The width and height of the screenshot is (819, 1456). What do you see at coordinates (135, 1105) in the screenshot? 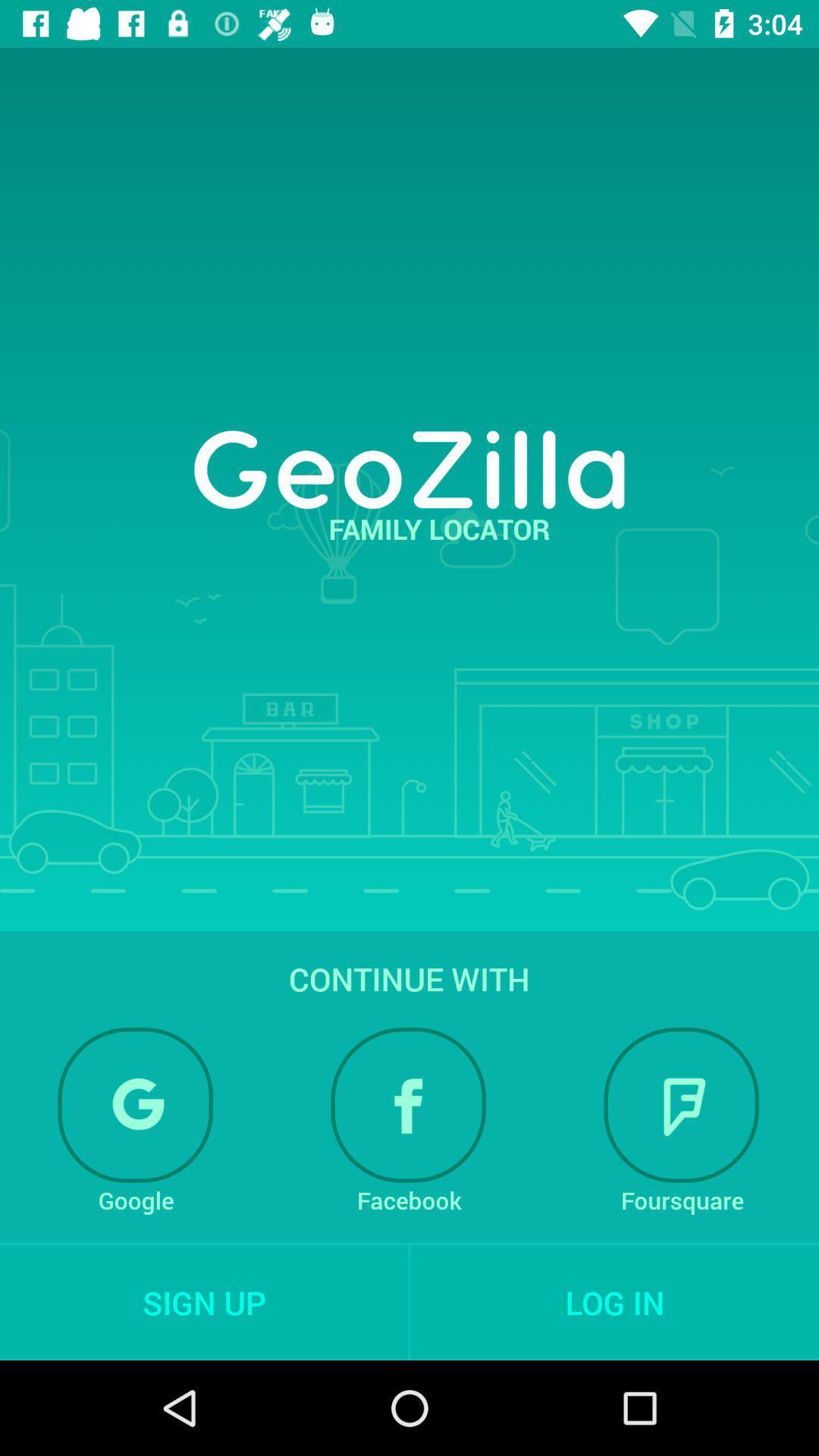
I see `the refresh icon` at bounding box center [135, 1105].